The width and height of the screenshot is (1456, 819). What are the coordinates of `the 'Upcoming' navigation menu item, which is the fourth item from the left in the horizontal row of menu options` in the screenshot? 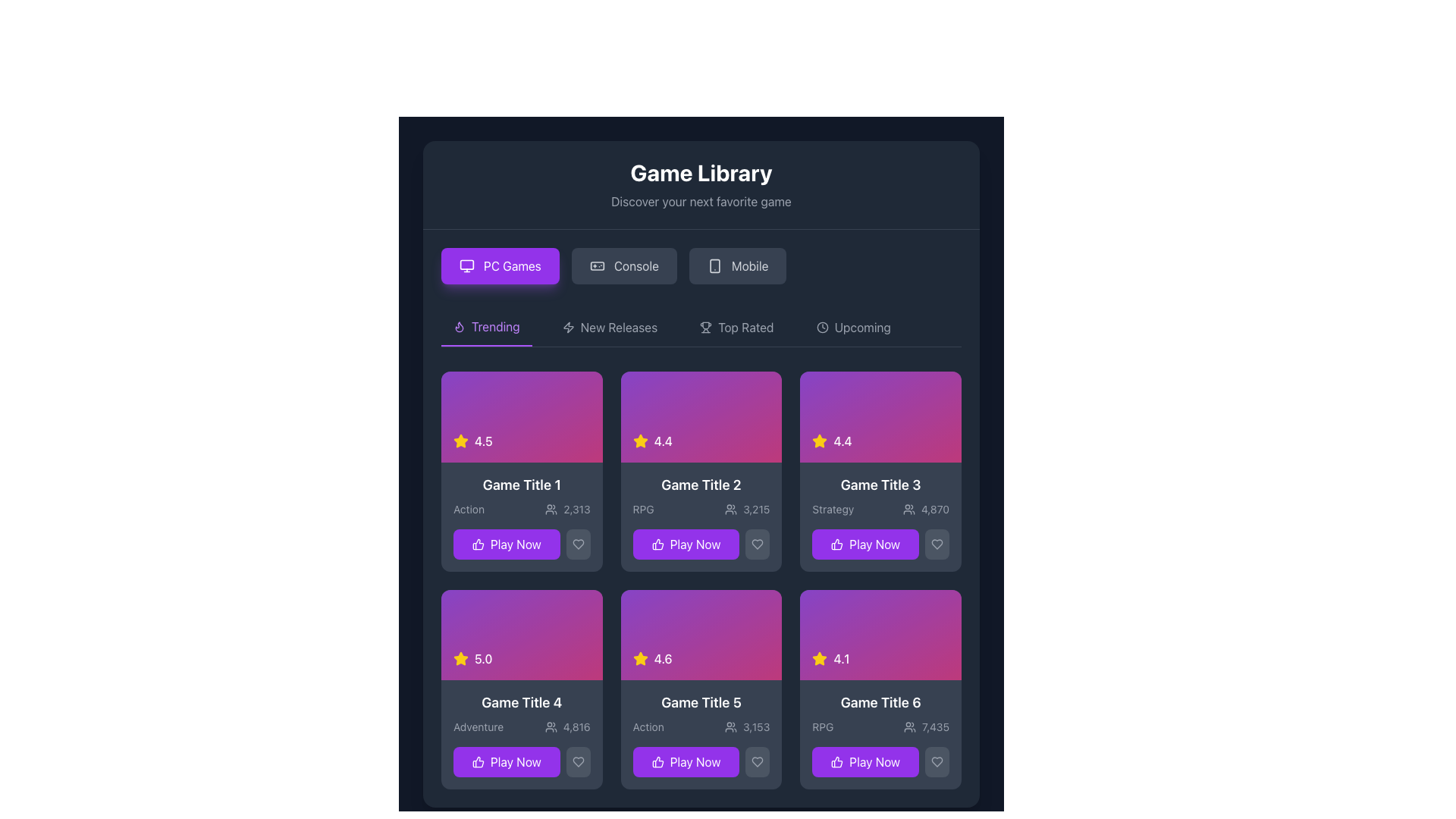 It's located at (853, 327).